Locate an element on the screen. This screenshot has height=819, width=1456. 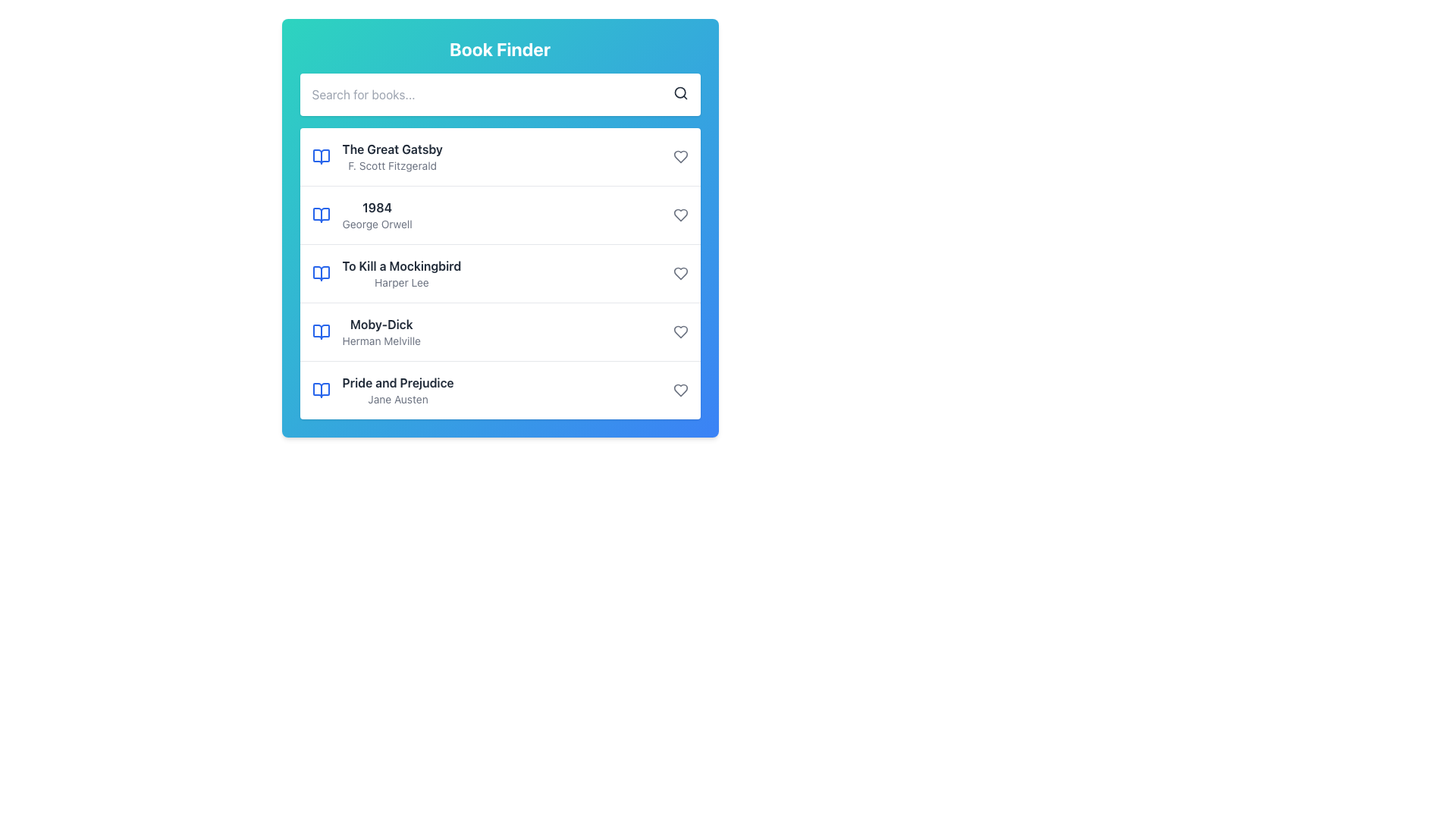
the text label displaying 'F. Scott Fitzgerald' which is positioned below the title 'The Great Gatsby' in small gray lettering is located at coordinates (392, 166).